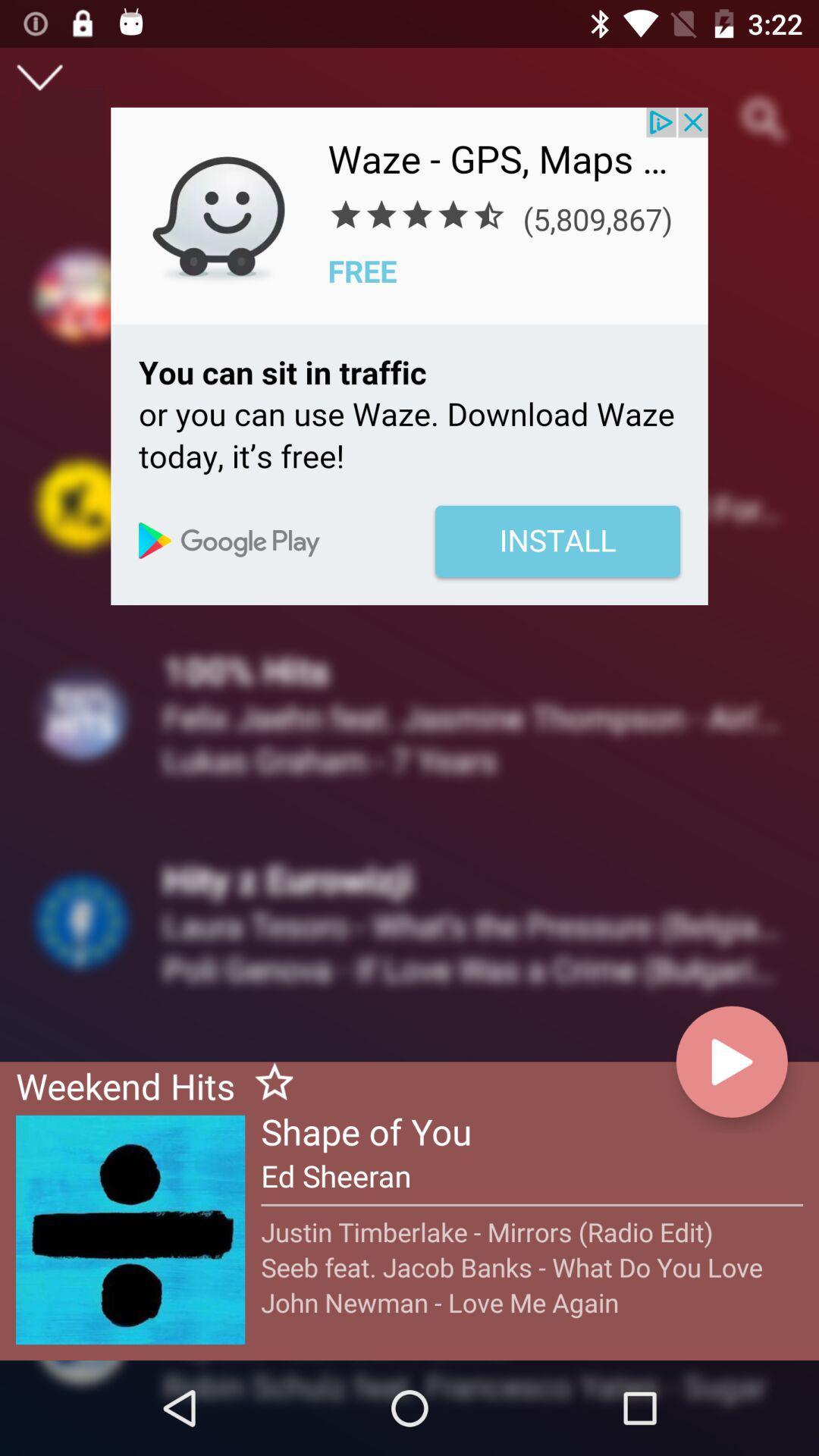 The image size is (819, 1456). What do you see at coordinates (409, 355) in the screenshot?
I see `open advertisement` at bounding box center [409, 355].